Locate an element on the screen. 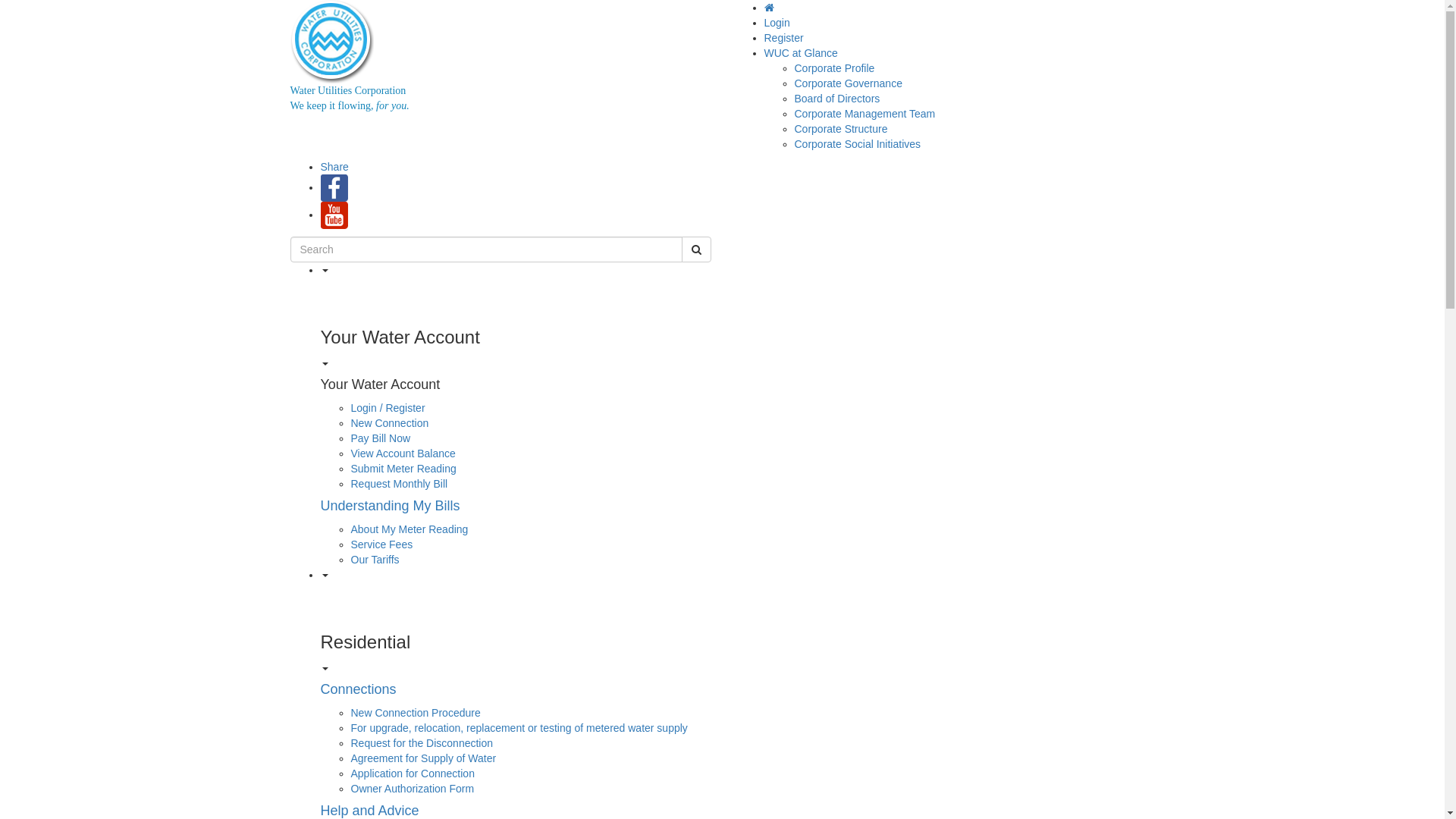 This screenshot has width=1456, height=819. 'WUC at Glance' is located at coordinates (800, 52).